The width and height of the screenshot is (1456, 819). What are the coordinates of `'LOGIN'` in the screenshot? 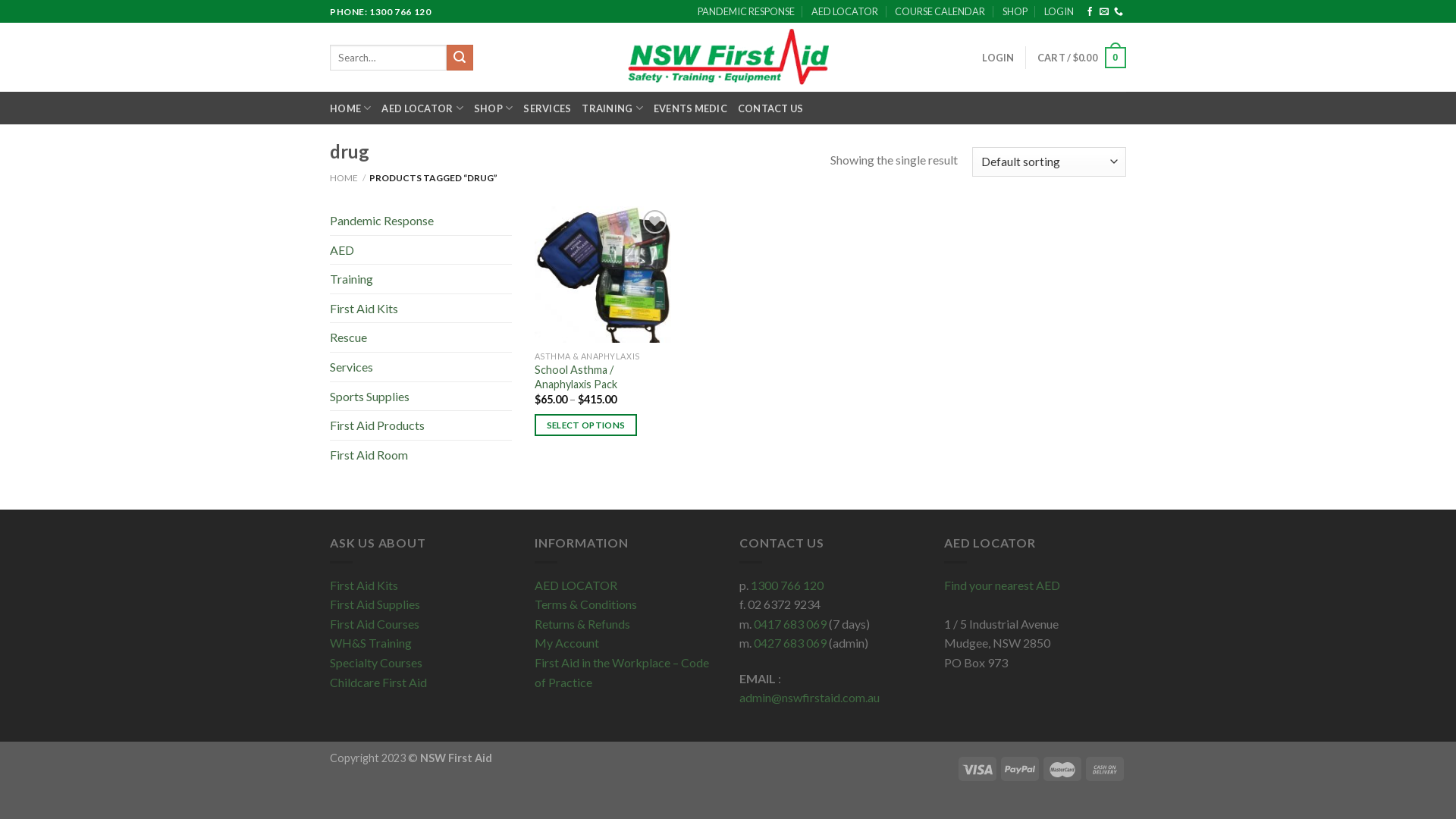 It's located at (997, 57).